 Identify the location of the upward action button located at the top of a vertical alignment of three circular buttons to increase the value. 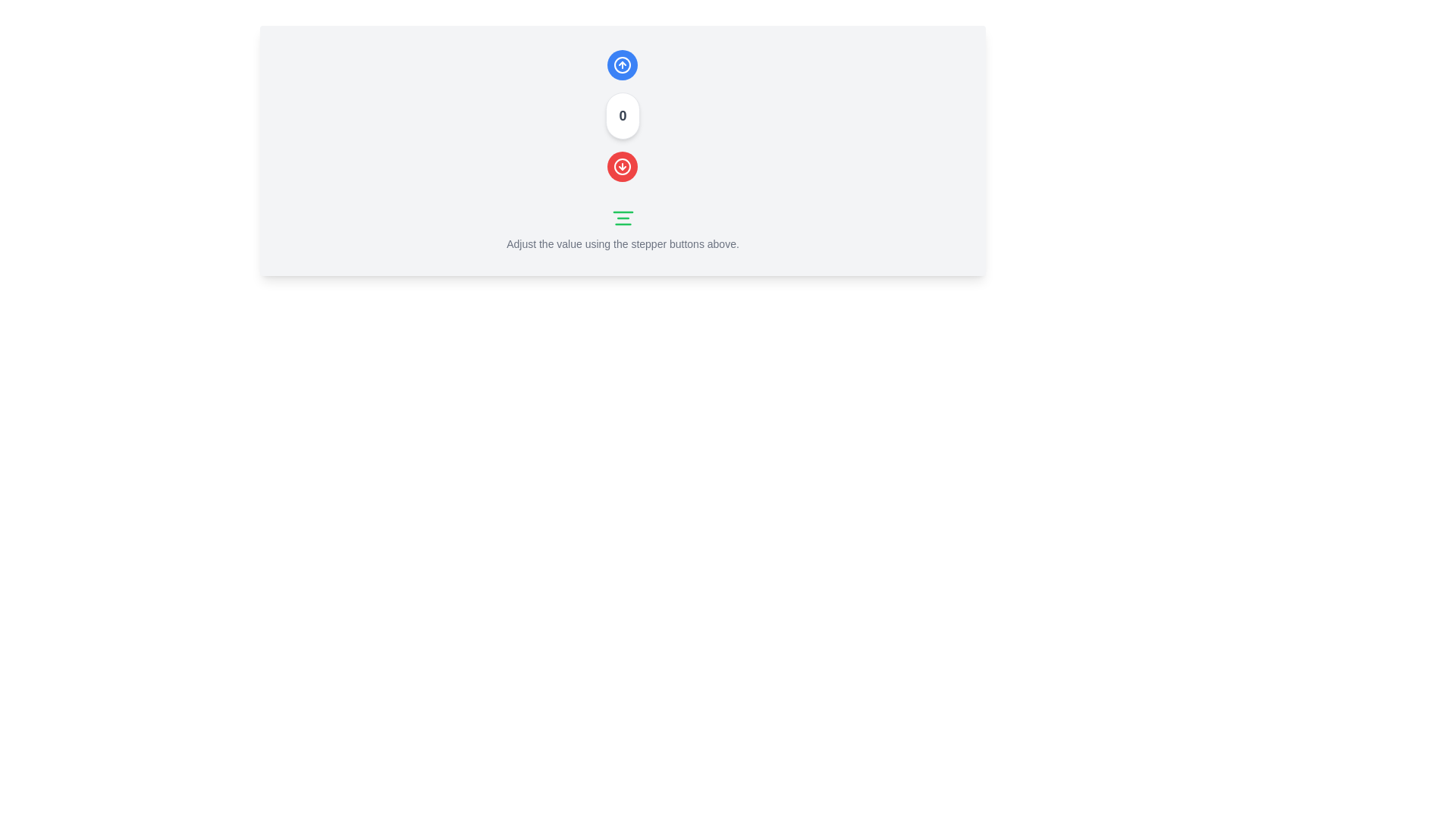
(623, 64).